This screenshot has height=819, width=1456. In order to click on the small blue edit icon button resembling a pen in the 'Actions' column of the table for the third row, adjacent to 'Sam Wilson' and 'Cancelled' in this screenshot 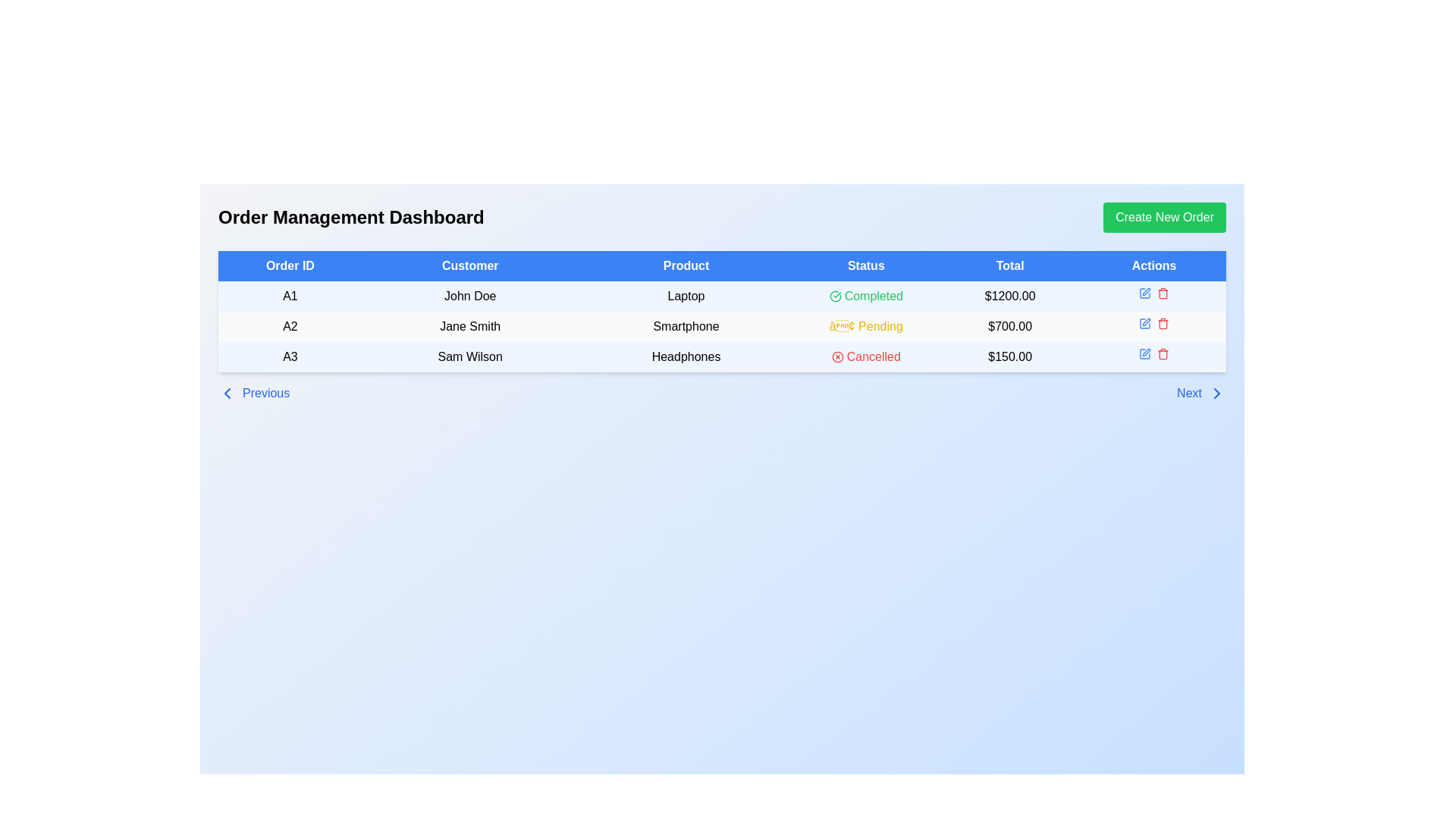, I will do `click(1145, 353)`.